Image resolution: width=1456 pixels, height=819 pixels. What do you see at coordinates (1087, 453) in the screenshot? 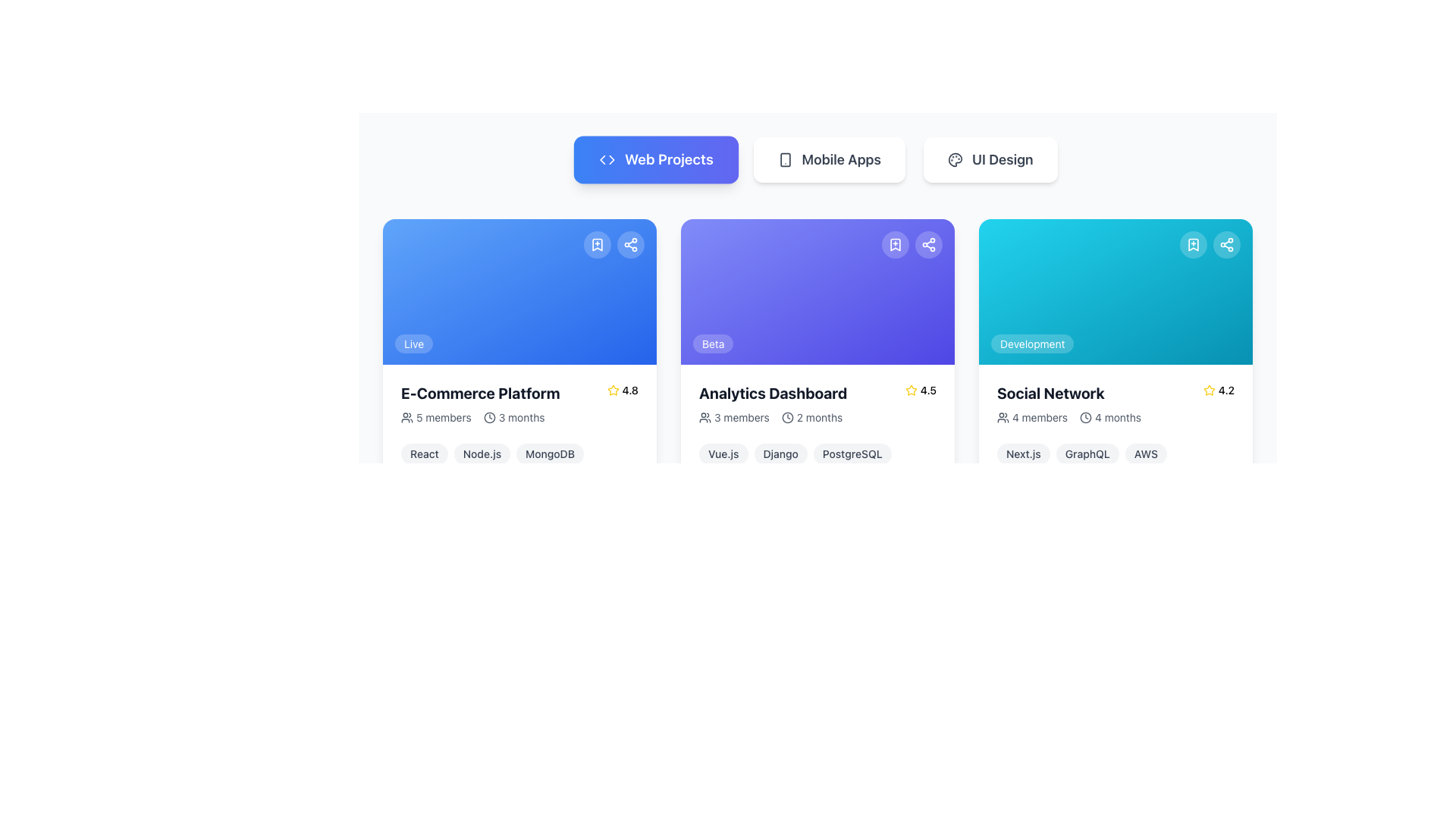
I see `text within the second label tag associated with the 'Social Network' card, positioned between 'Next.js' and 'AWS'` at bounding box center [1087, 453].